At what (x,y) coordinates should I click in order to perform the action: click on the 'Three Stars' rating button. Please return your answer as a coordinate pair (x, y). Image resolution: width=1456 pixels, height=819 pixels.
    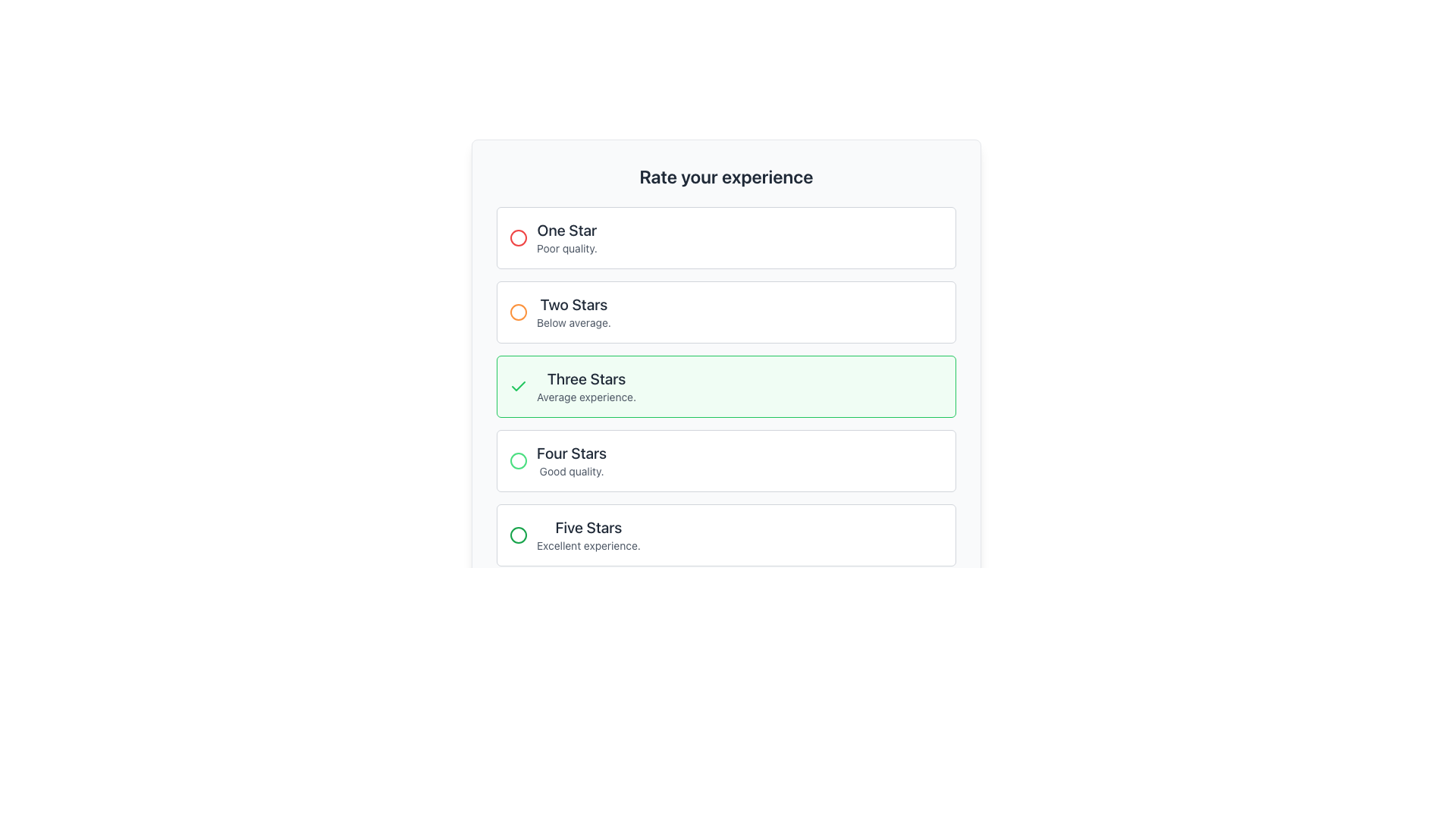
    Looking at the image, I should click on (726, 385).